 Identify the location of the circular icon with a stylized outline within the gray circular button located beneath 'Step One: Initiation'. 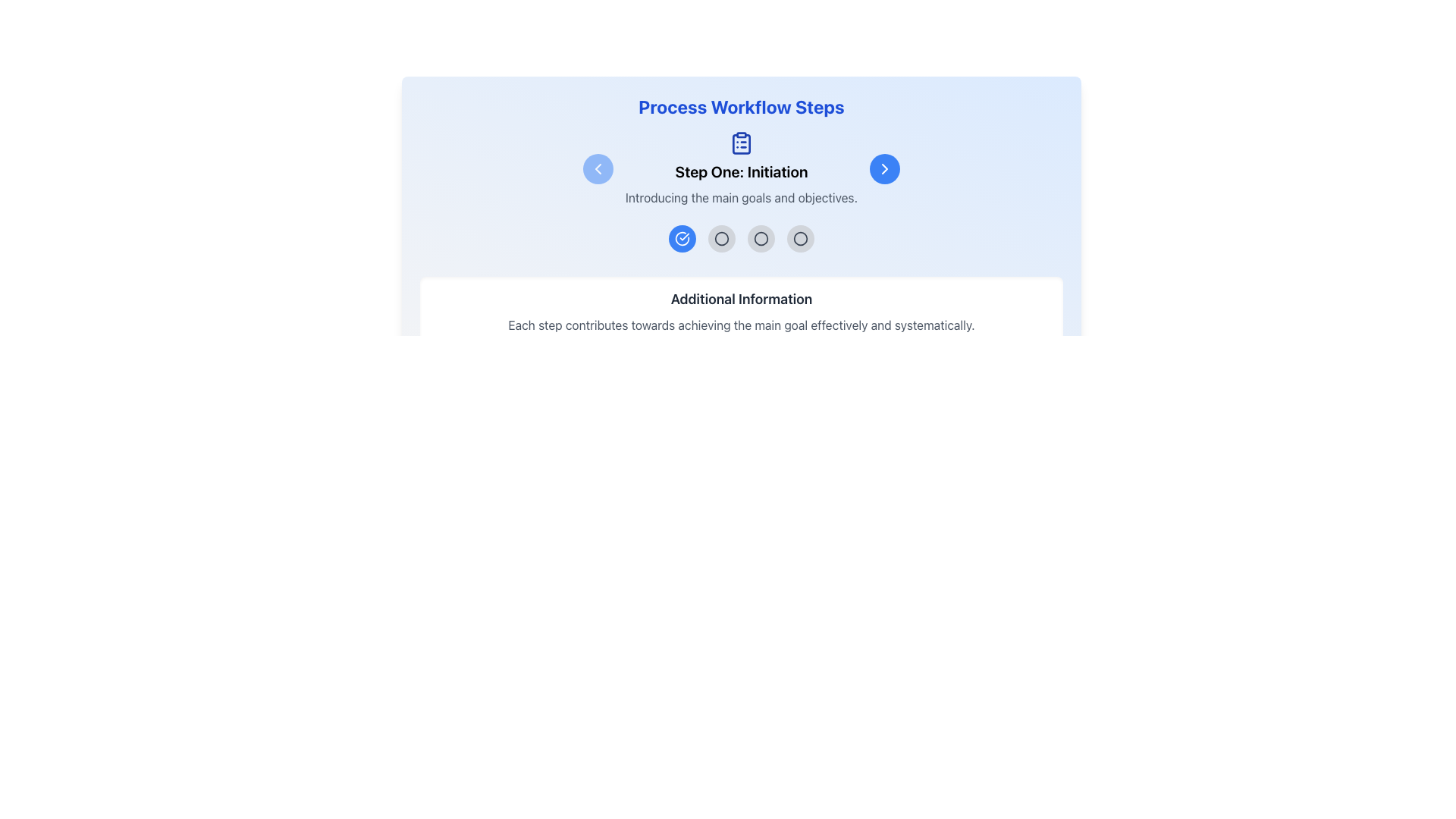
(800, 239).